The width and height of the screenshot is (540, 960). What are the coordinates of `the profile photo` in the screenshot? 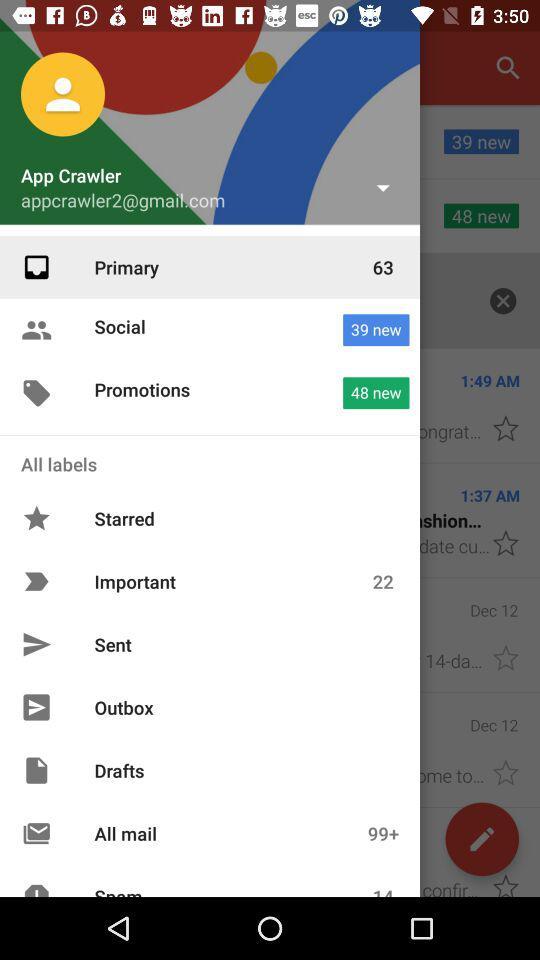 It's located at (63, 95).